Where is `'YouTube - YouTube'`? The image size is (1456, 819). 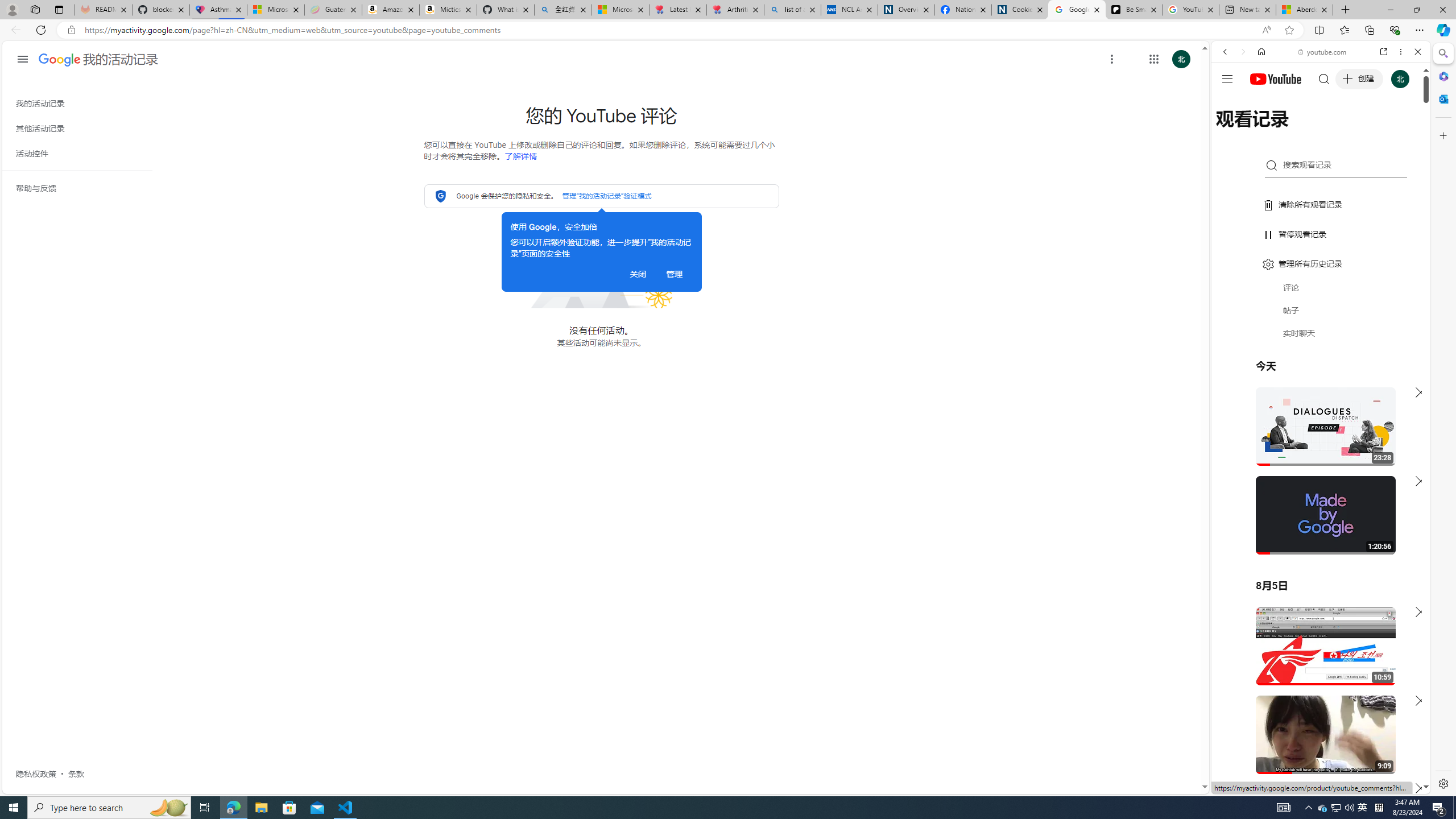 'YouTube - YouTube' is located at coordinates (1316, 560).